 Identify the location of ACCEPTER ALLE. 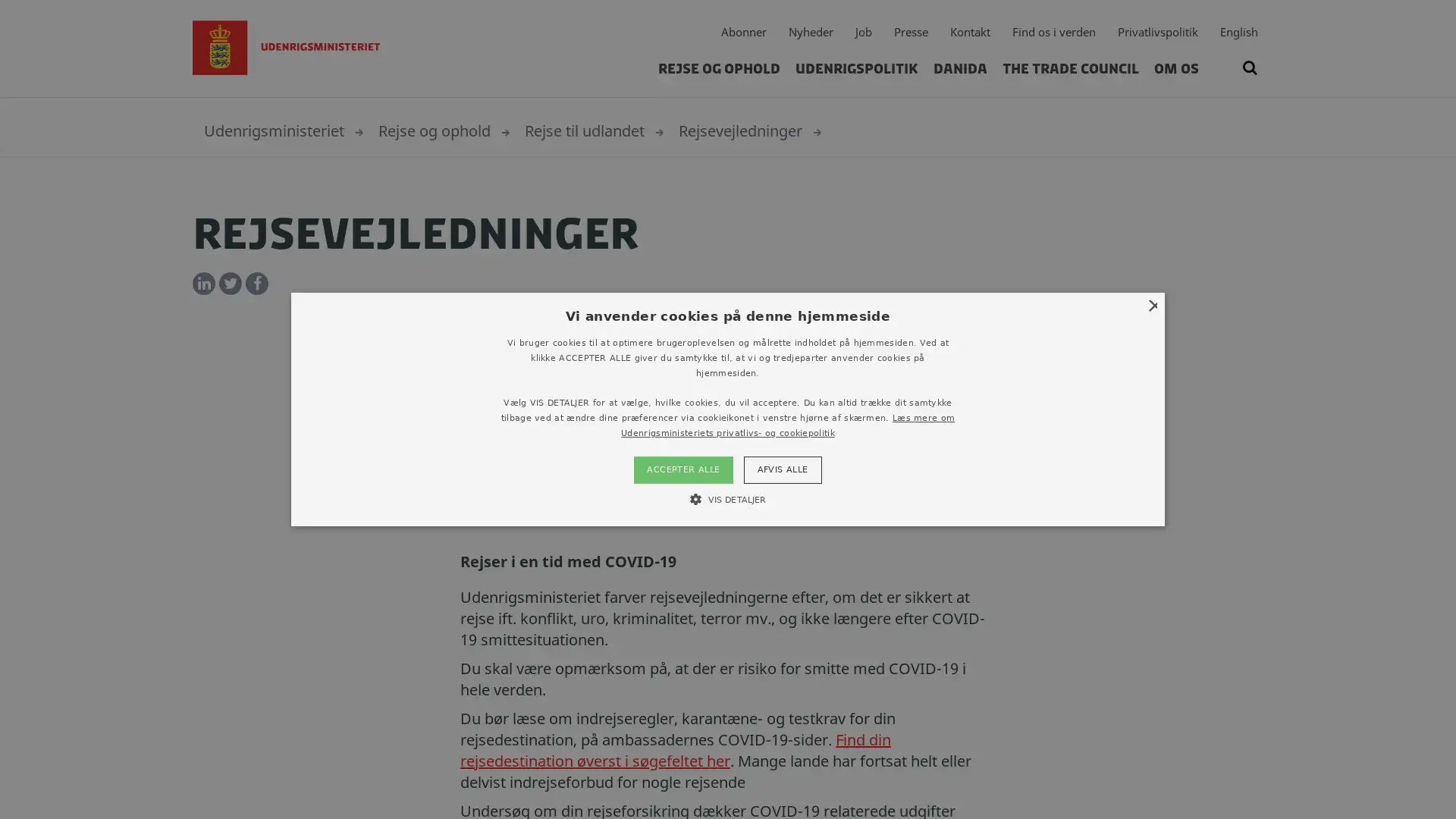
(682, 468).